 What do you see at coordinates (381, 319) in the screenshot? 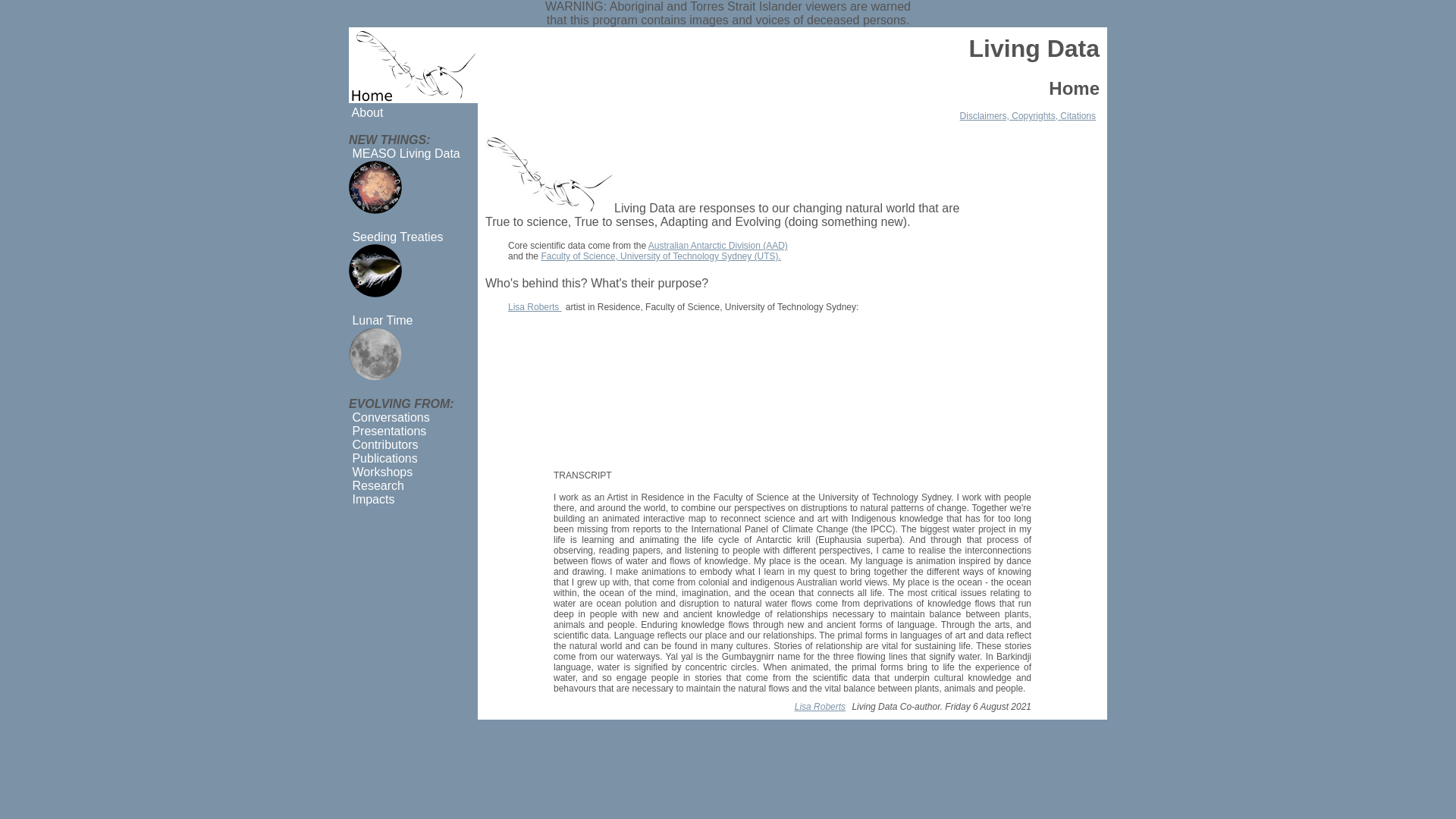
I see `' Lunar Time'` at bounding box center [381, 319].